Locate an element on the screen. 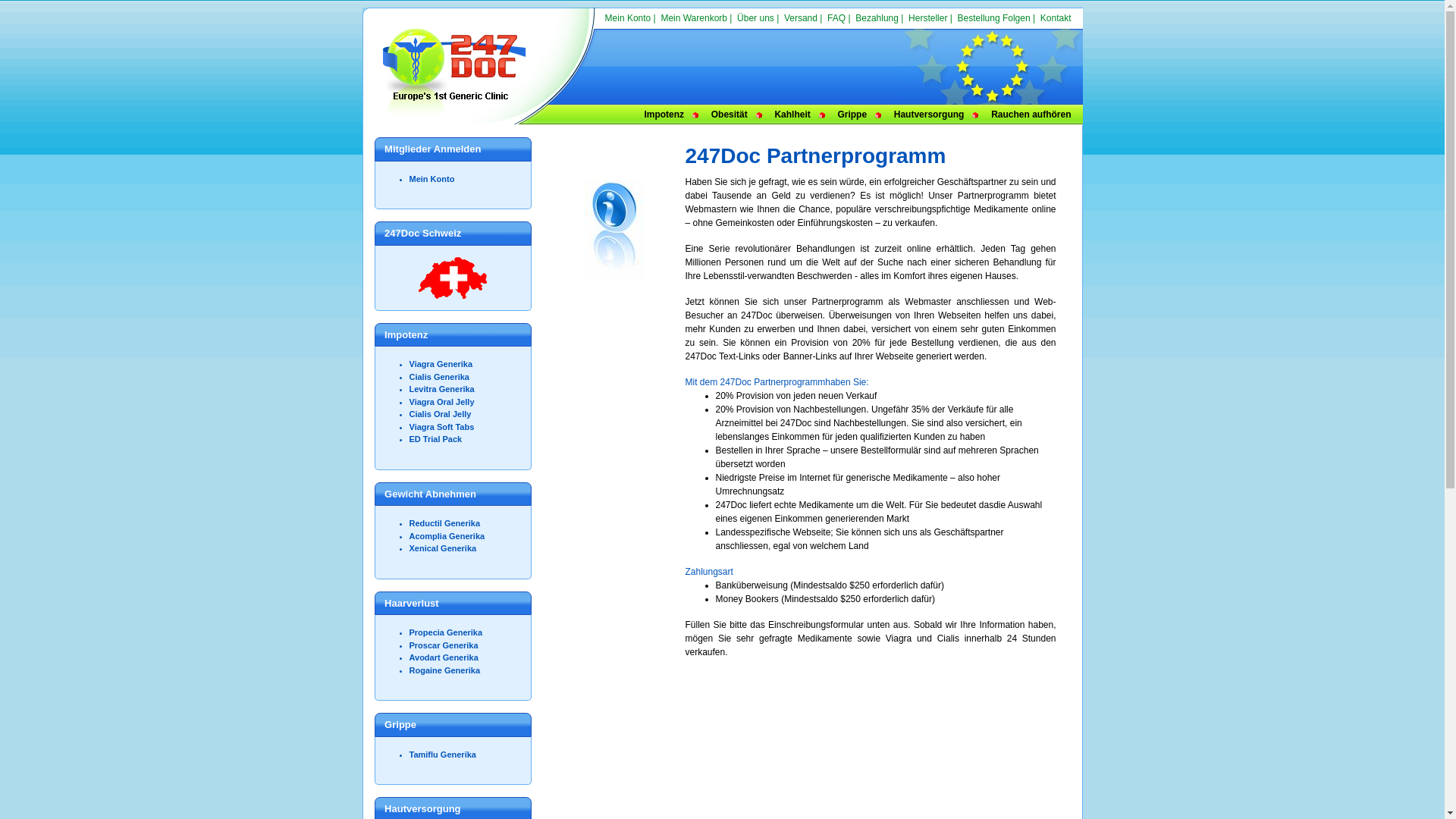  'Rogaine Generika' is located at coordinates (444, 669).